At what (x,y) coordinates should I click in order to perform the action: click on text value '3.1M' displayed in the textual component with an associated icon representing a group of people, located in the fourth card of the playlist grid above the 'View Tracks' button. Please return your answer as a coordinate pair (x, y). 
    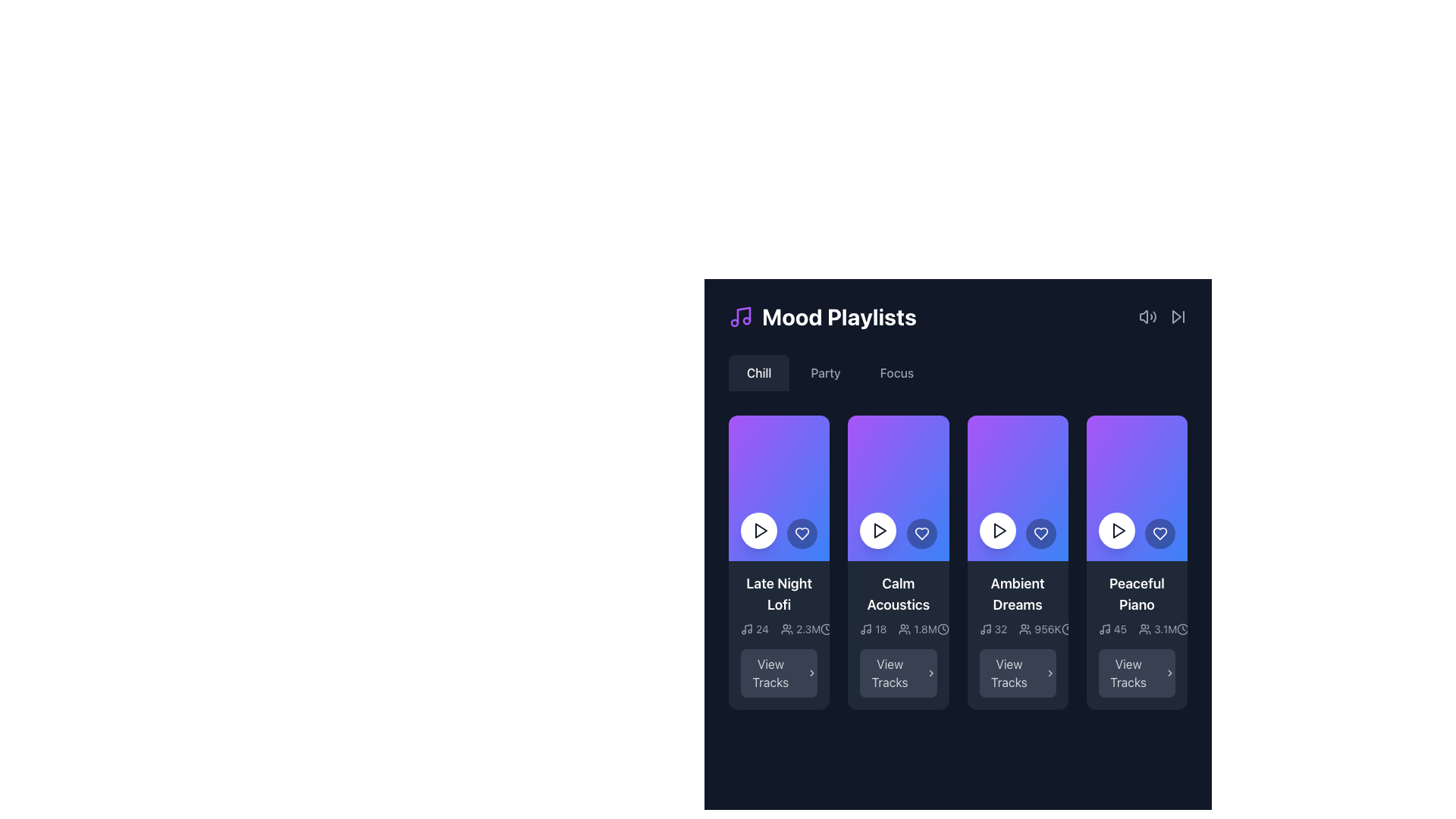
    Looking at the image, I should click on (1157, 629).